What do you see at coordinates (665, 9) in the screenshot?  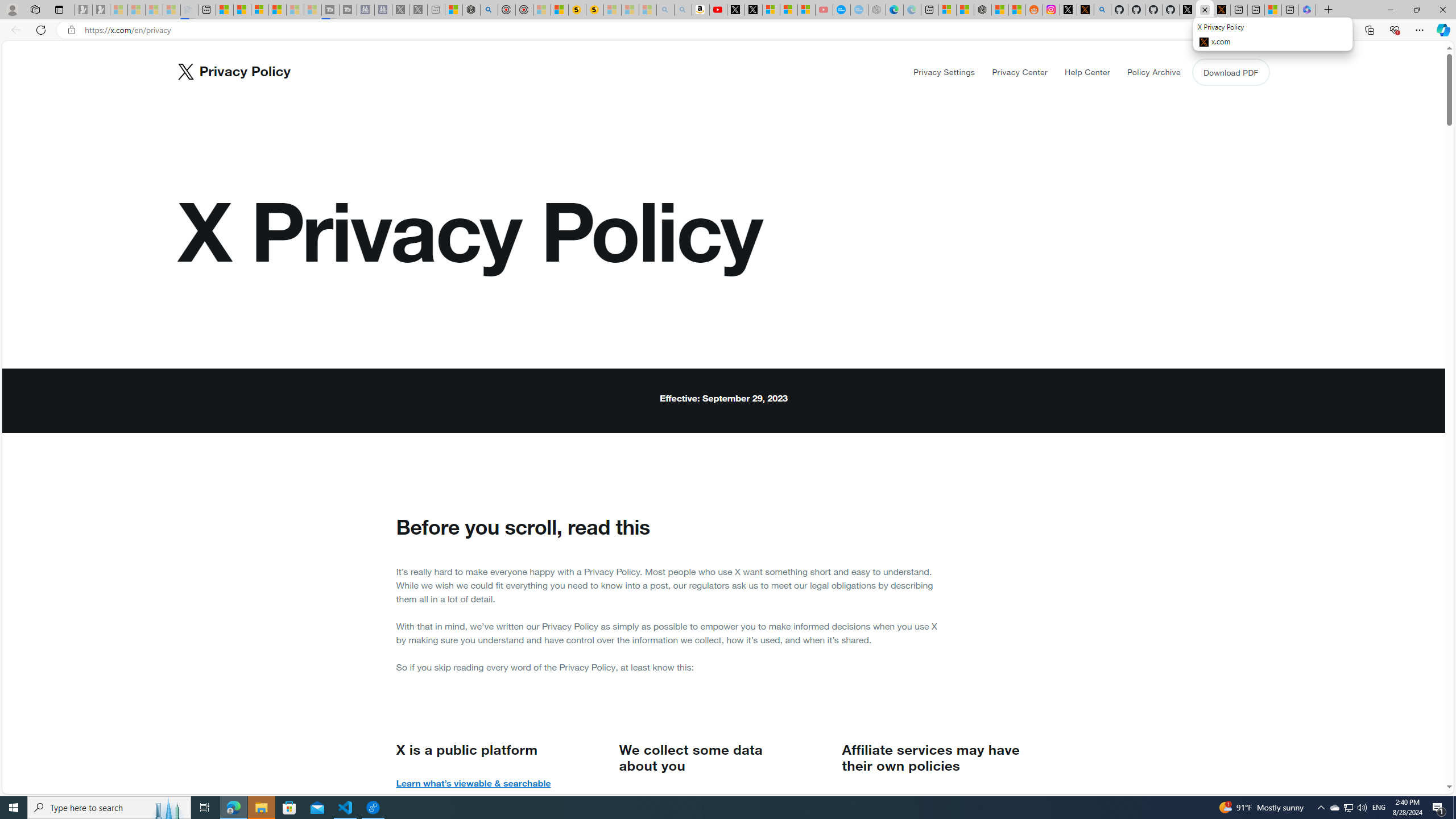 I see `'amazon - Search - Sleeping'` at bounding box center [665, 9].